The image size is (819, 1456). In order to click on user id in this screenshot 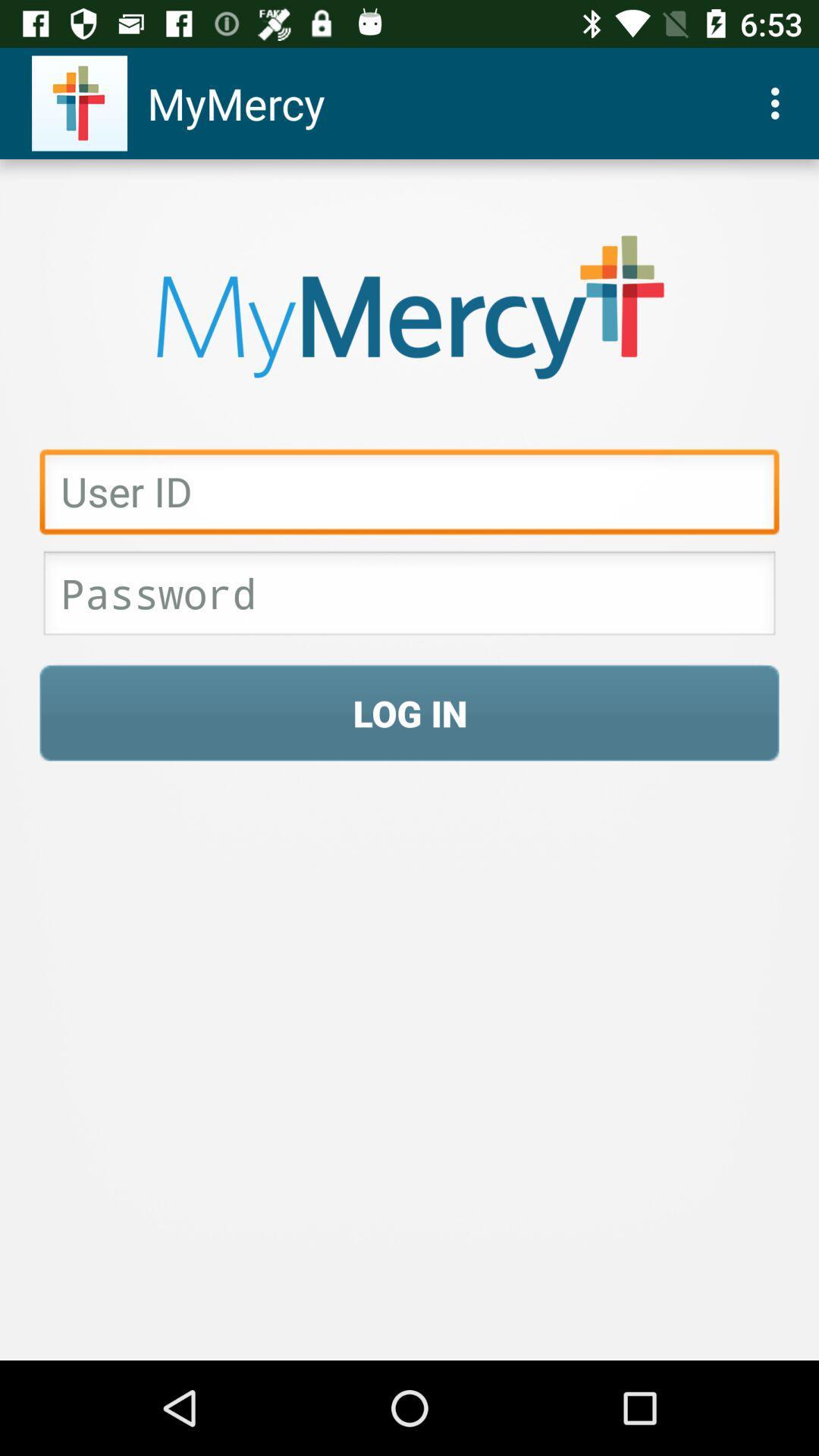, I will do `click(409, 495)`.